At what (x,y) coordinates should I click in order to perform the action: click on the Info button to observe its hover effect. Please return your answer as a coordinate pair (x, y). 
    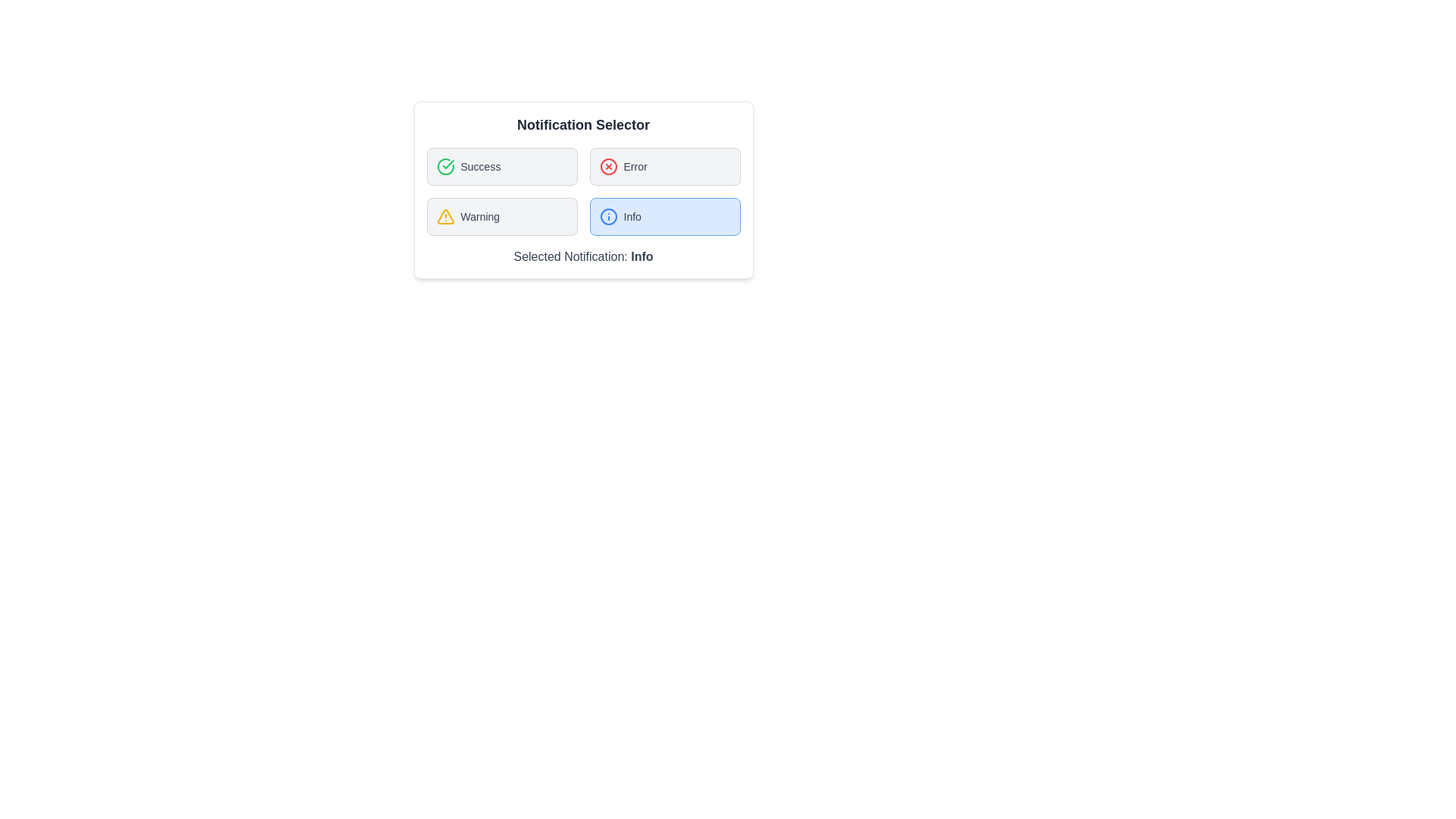
    Looking at the image, I should click on (665, 216).